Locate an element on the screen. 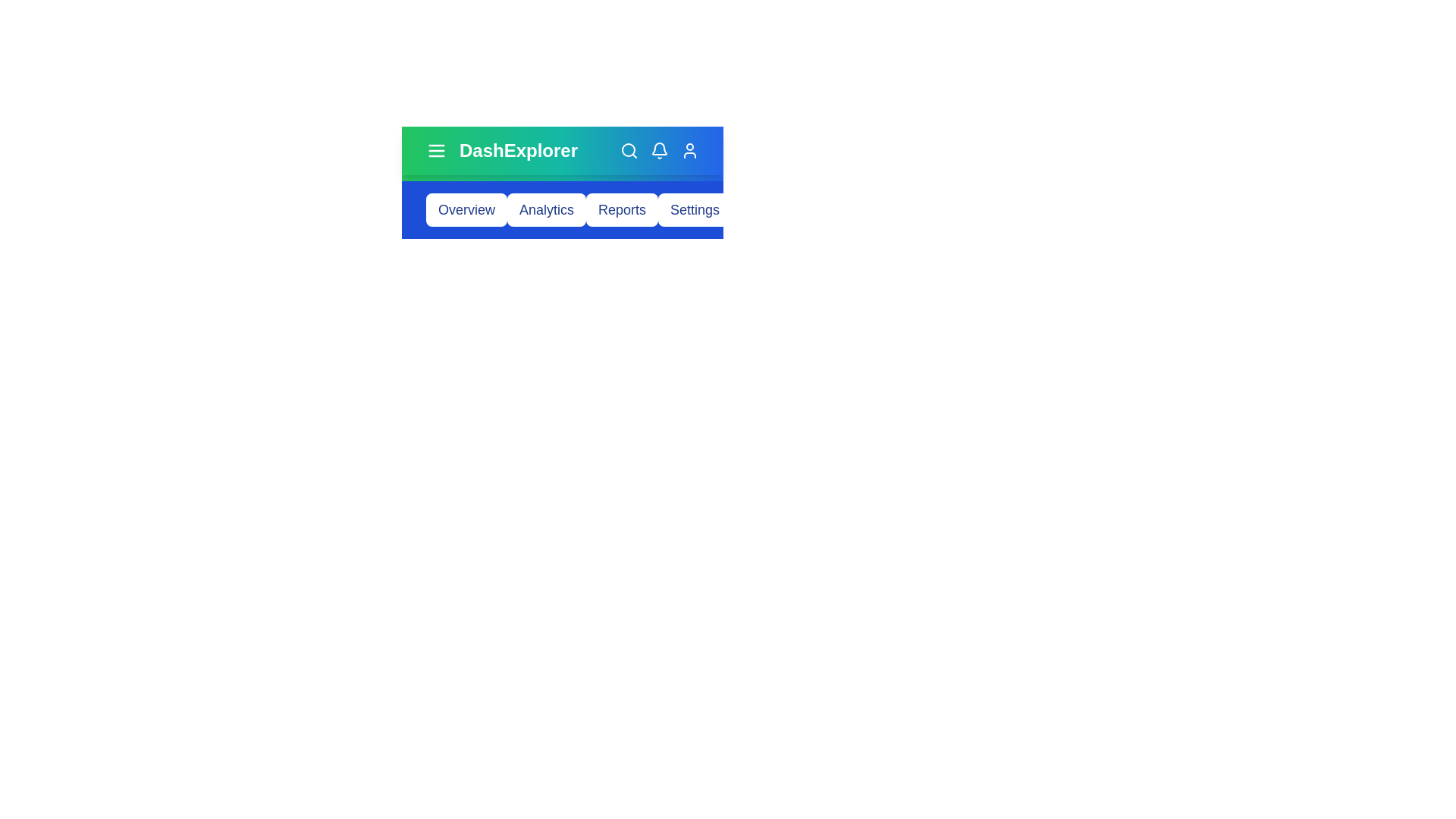  the Search icon in the header is located at coordinates (629, 151).